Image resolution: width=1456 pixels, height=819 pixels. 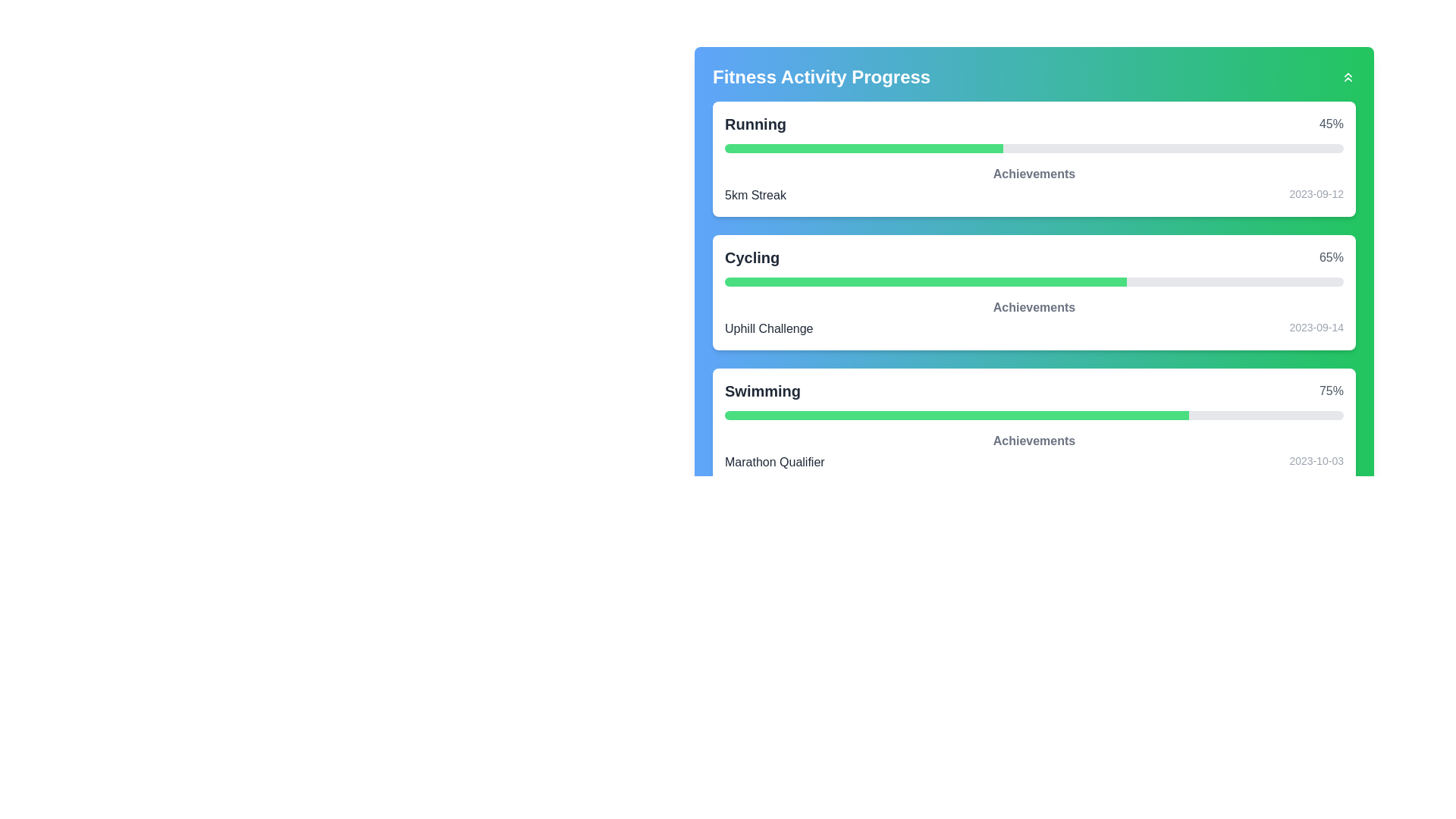 What do you see at coordinates (821, 77) in the screenshot?
I see `the heading text labeled 'Fitness Activity Progress' located at the top of the interface, styled in large, bold font against a gradient blue-to-green background` at bounding box center [821, 77].